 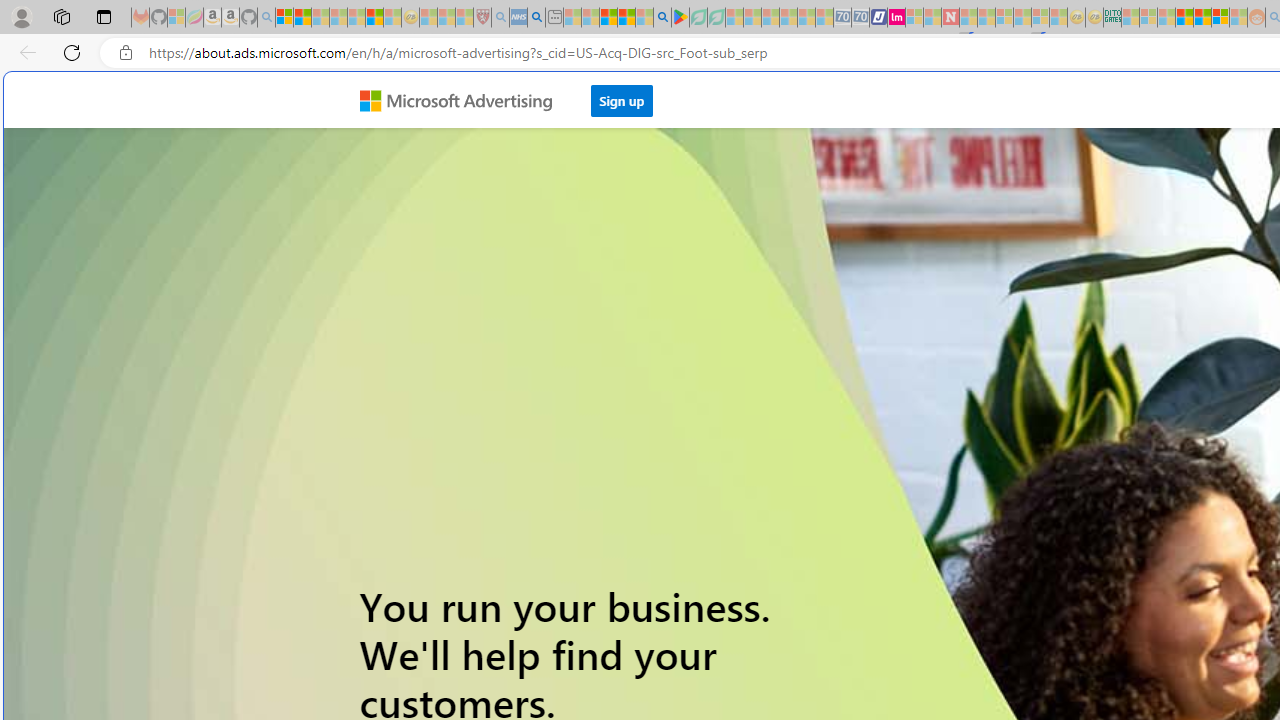 What do you see at coordinates (625, 17) in the screenshot?
I see `'Pets - MSN'` at bounding box center [625, 17].